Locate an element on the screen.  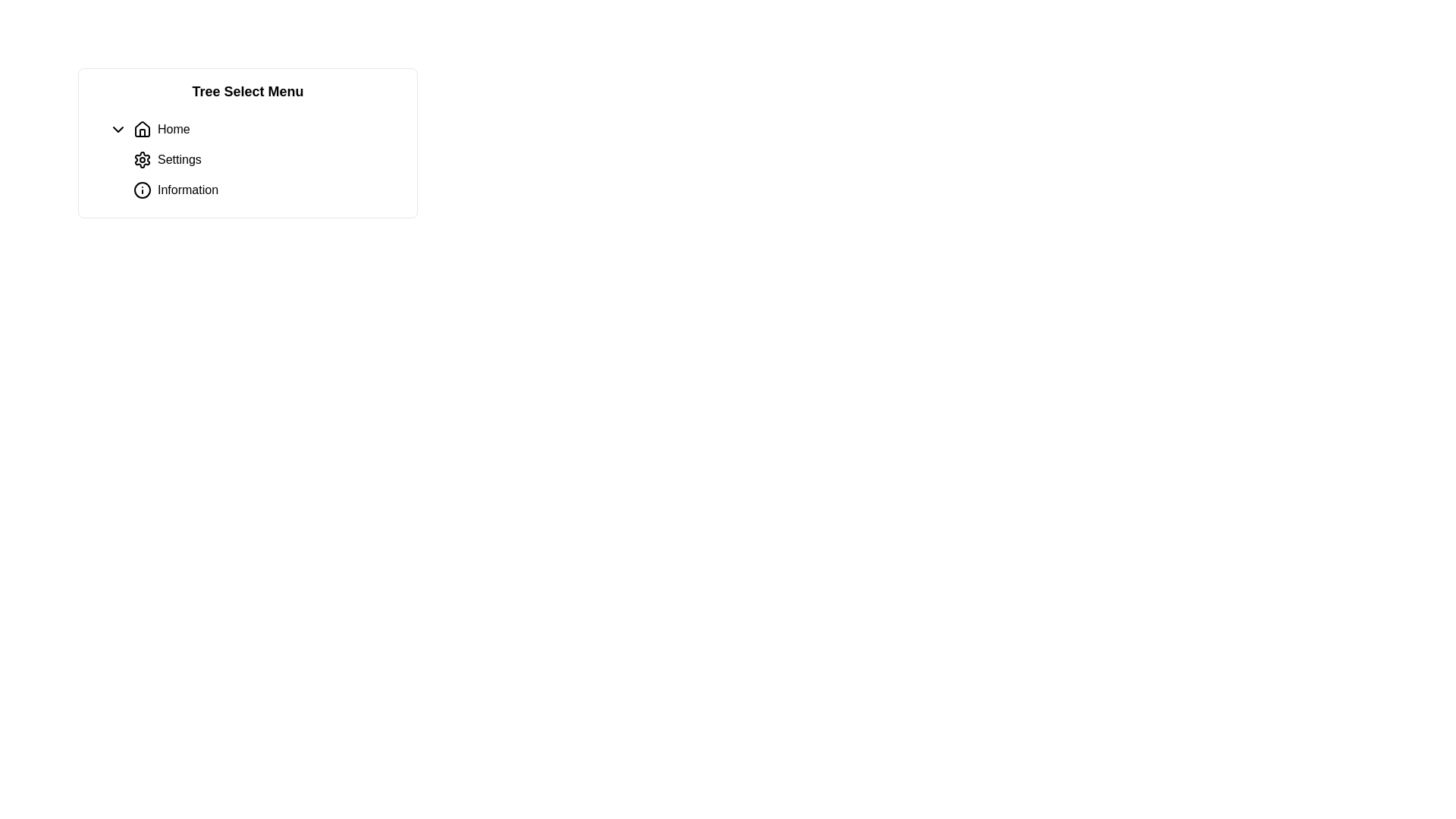
the downward chevron icon located to the left of the 'Home' text in the 'Tree Select Menu' is located at coordinates (118, 128).